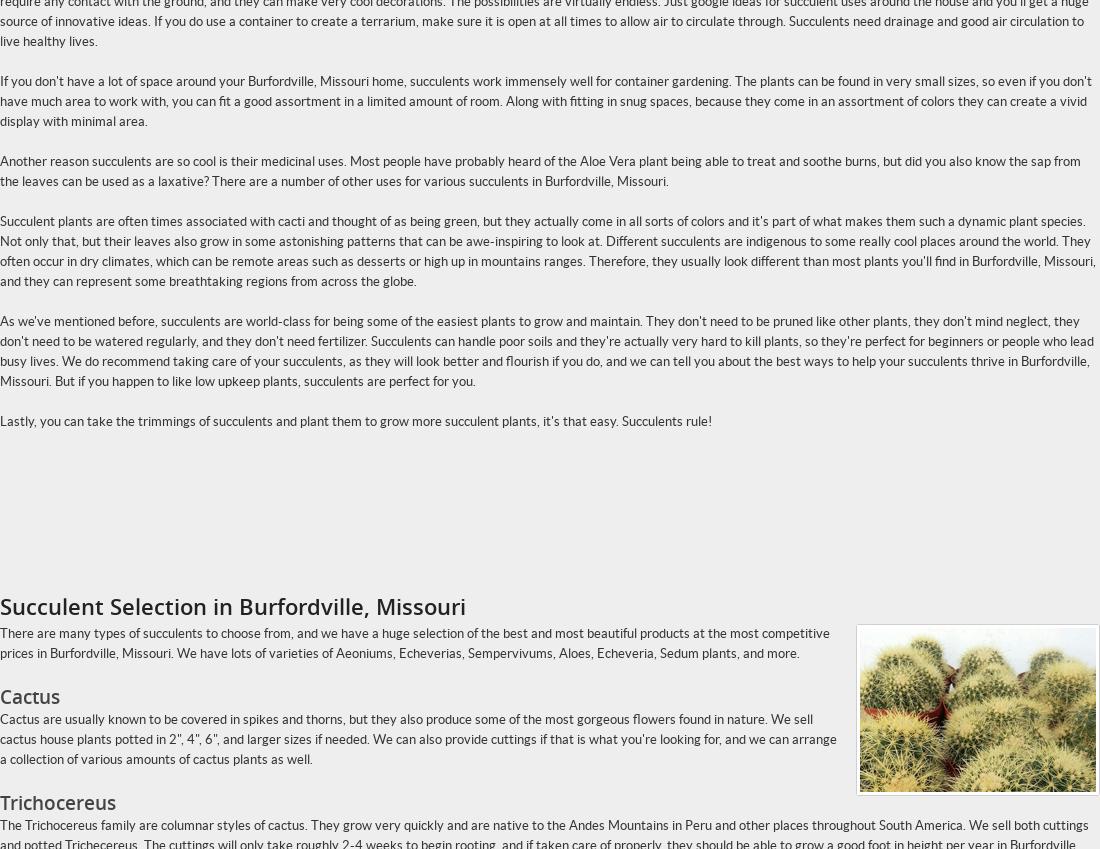  What do you see at coordinates (0, 351) in the screenshot?
I see `'As we've mentioned before, succulents are world-class for being some of the easiest plants to grow and maintain. They don't need to be pruned like other plants, they don't mind neglect, they don't need to be watered regularly, and they don't need fertilizer. Succulents can handle poor soils and they're actually very hard to kill plants, so they're perfect for beginners or people who lead busy lives. We do recommend taking care of your succulents, as they will look better and flourish if you do, and we can tell you about the best ways to help your succulents thrive in Burfordville, Missouri. But if you happen to like low upkeep plants, succulents are perfect for you.'` at bounding box center [0, 351].